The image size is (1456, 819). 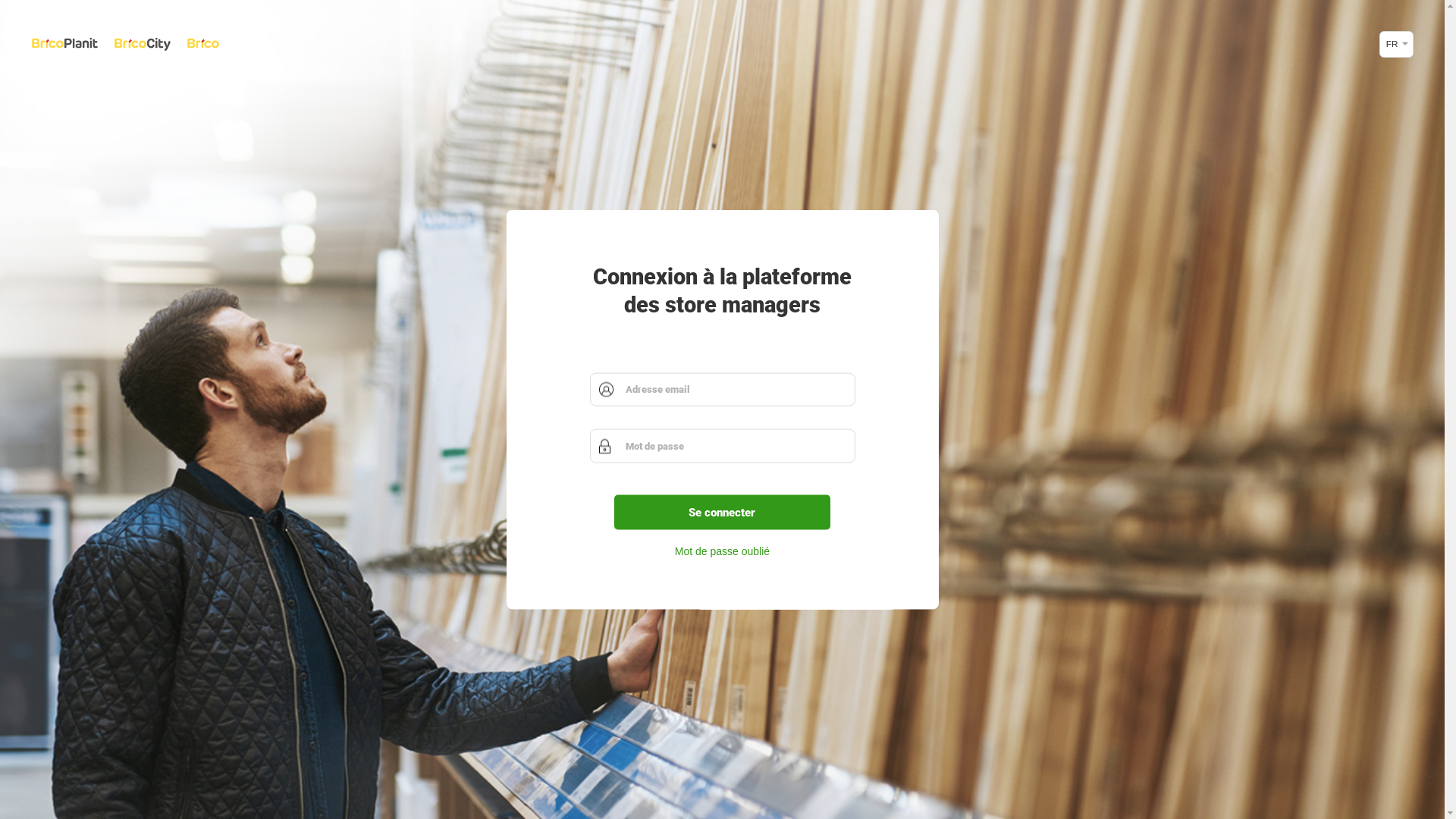 I want to click on 'Se connecter', so click(x=722, y=512).